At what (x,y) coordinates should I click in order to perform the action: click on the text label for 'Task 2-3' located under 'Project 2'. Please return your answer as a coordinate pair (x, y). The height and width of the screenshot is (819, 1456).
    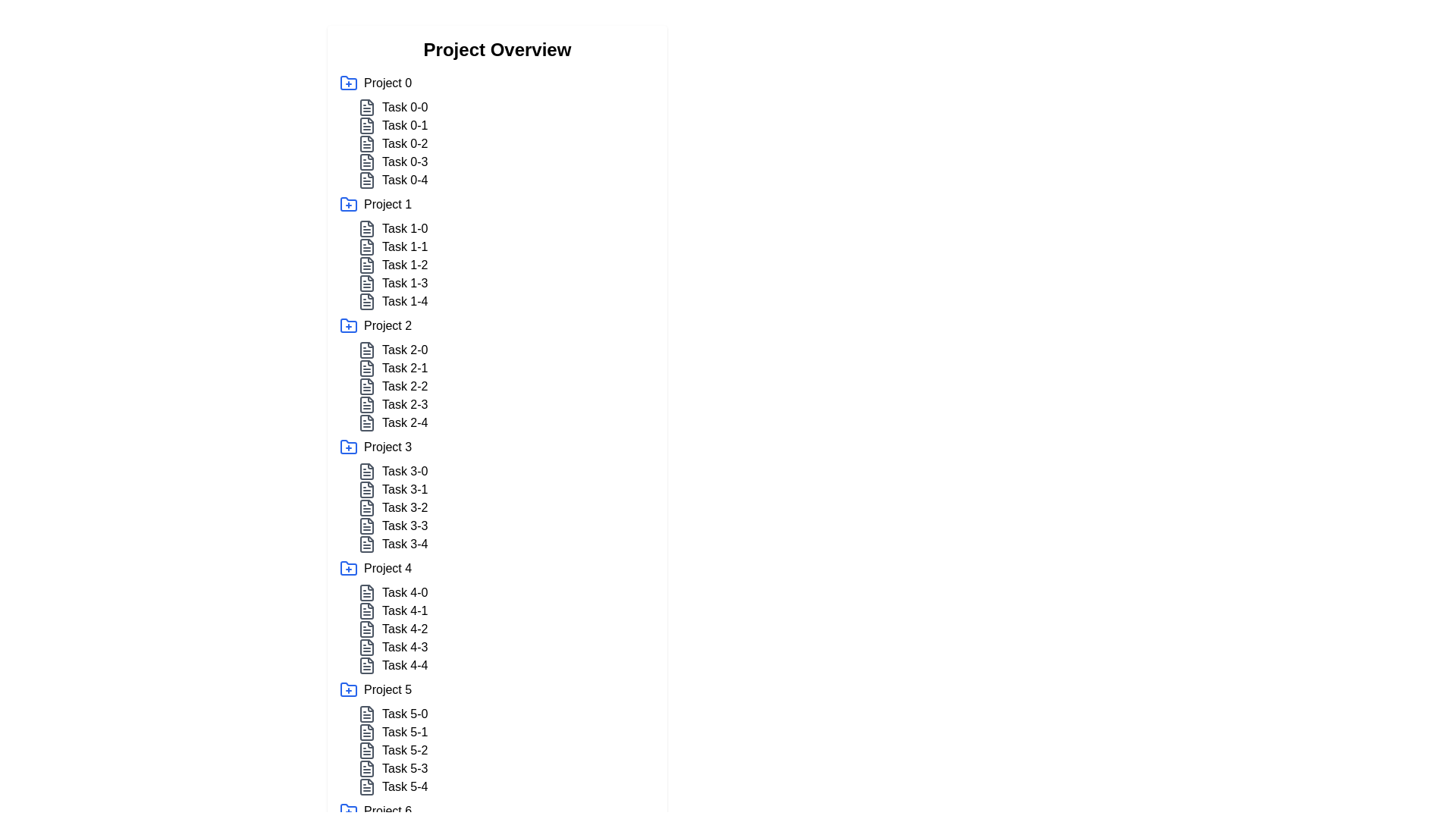
    Looking at the image, I should click on (405, 403).